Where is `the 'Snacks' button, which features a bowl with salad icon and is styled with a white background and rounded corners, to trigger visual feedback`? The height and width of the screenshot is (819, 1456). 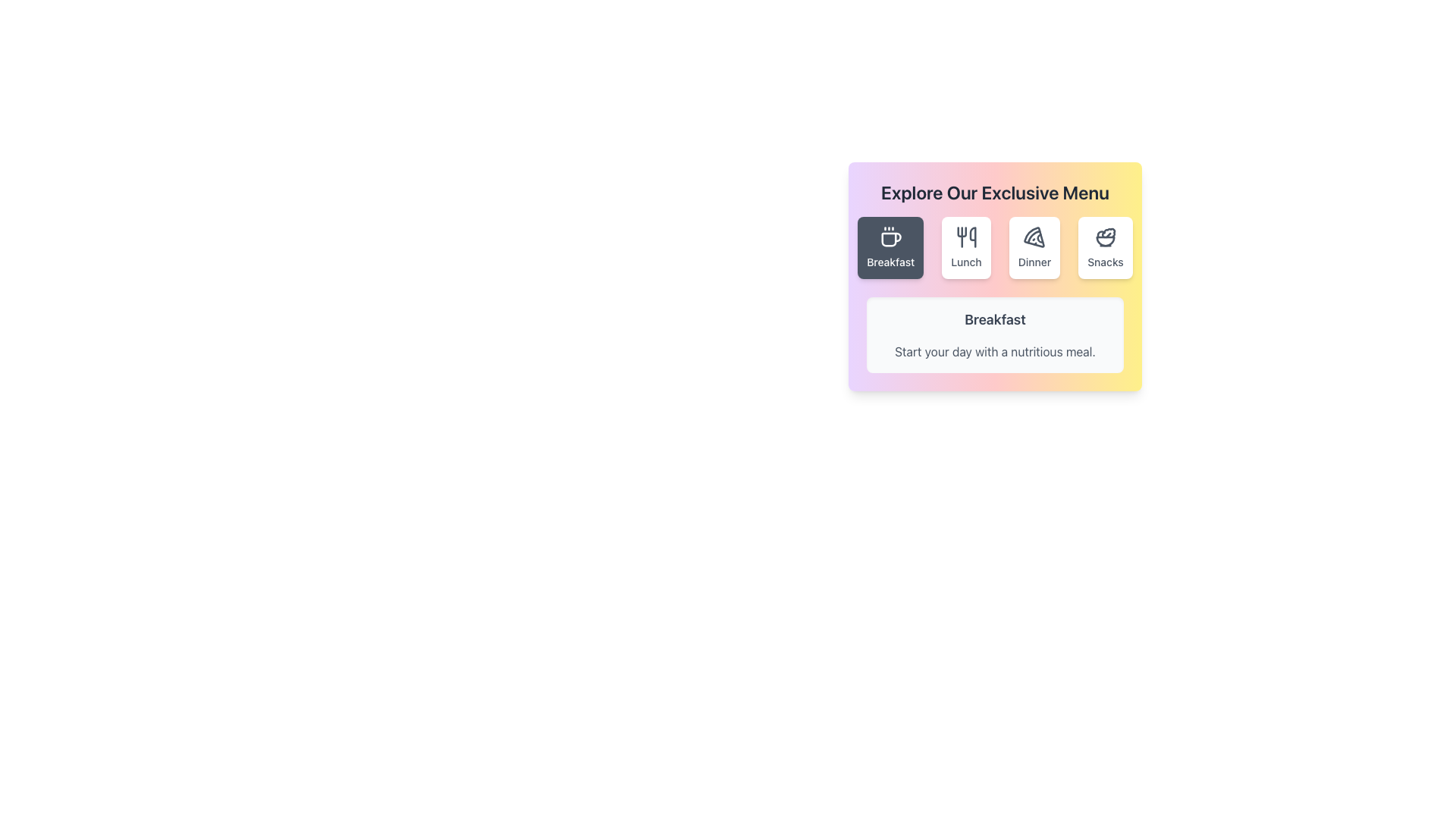 the 'Snacks' button, which features a bowl with salad icon and is styled with a white background and rounded corners, to trigger visual feedback is located at coordinates (1106, 247).